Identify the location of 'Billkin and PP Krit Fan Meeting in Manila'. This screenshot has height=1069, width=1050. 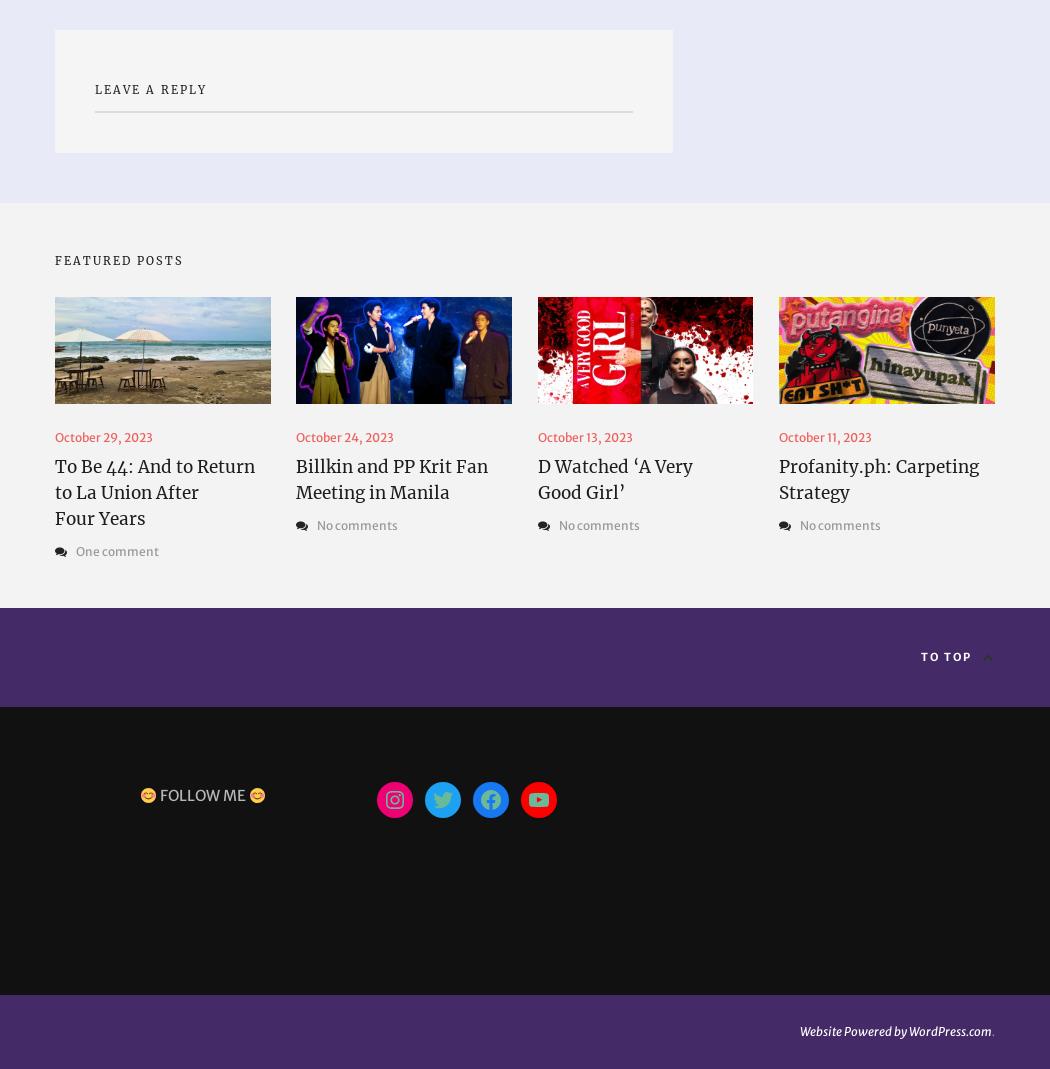
(391, 478).